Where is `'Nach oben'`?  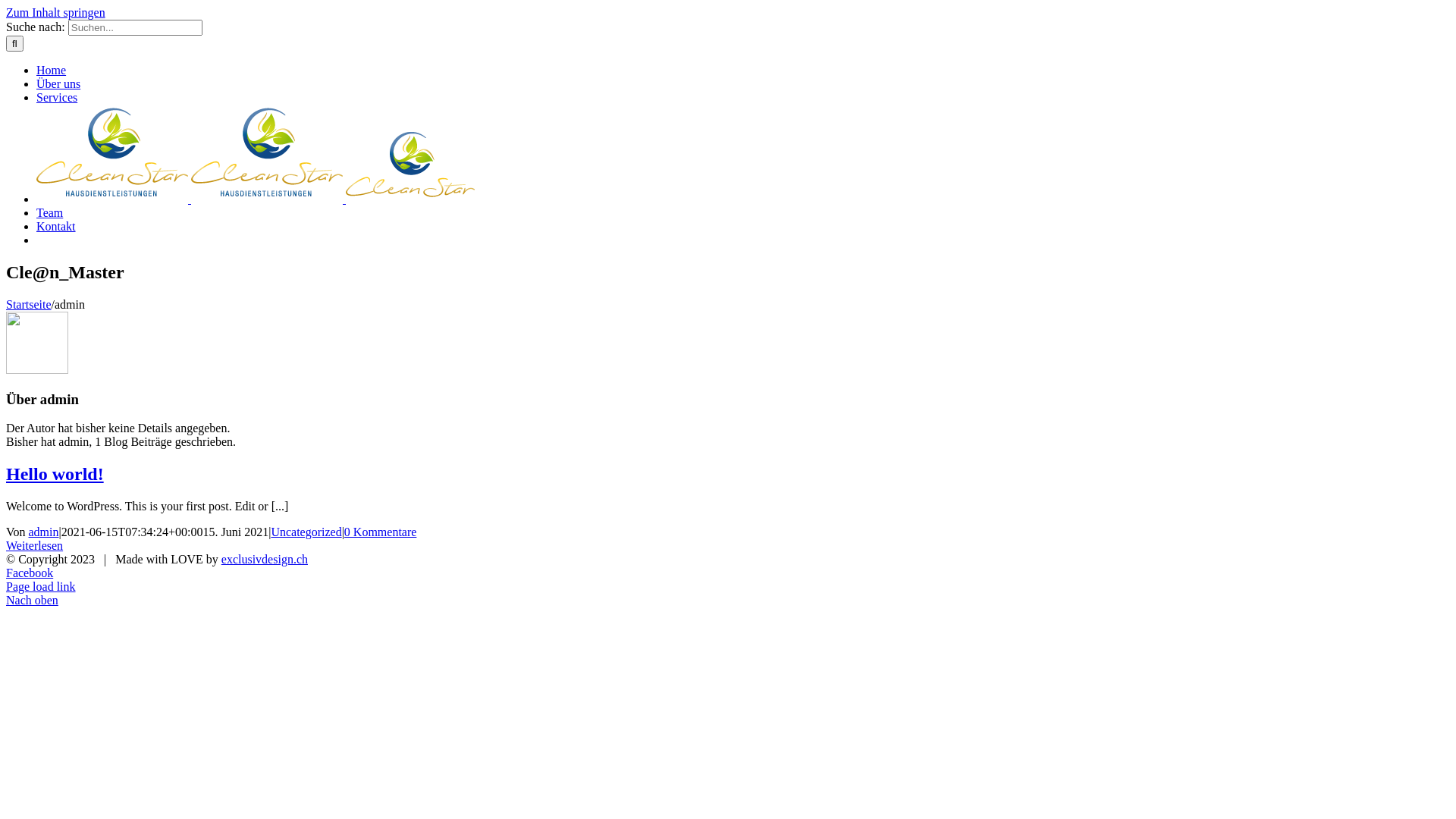 'Nach oben' is located at coordinates (32, 599).